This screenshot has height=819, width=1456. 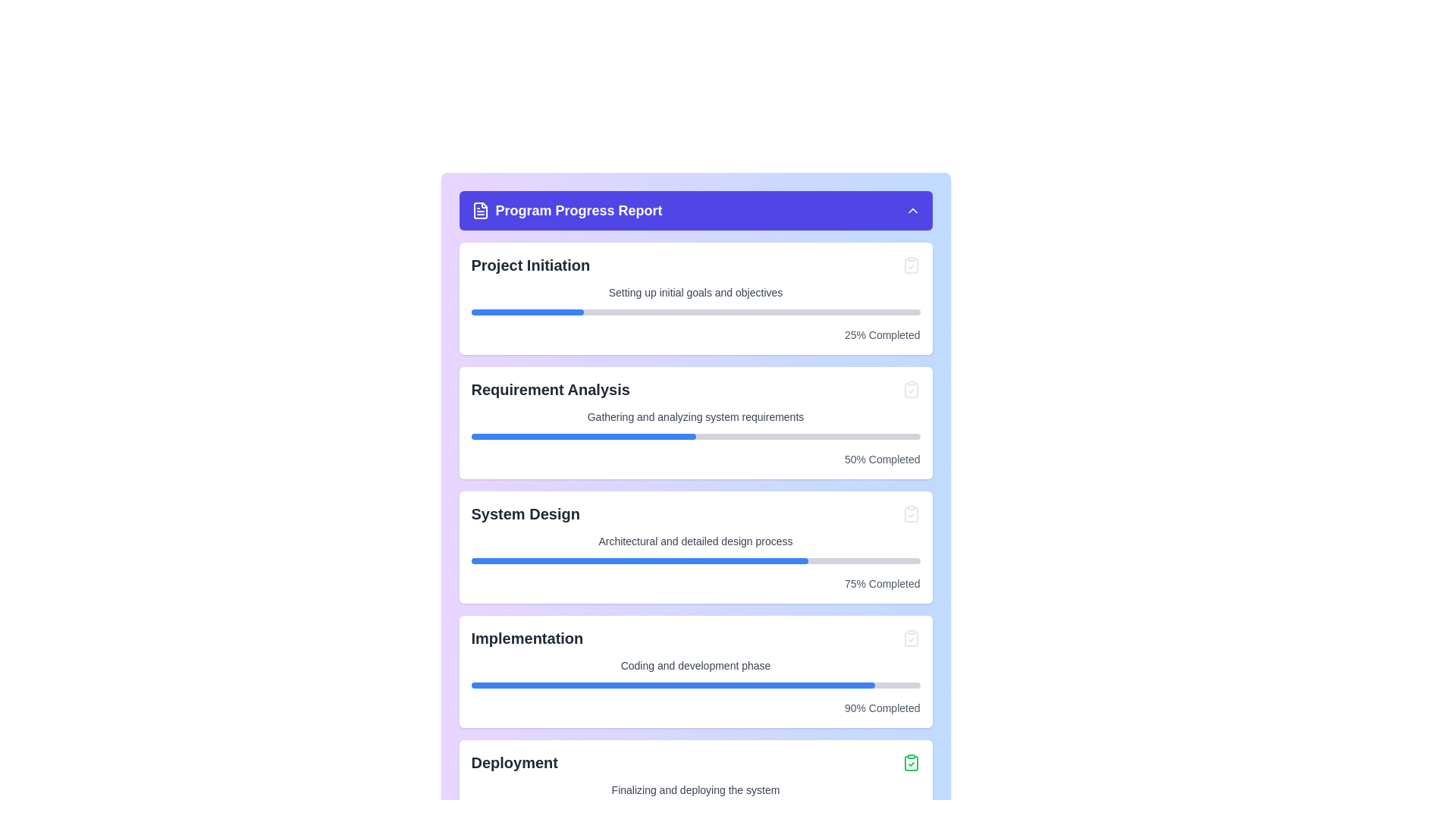 I want to click on the SVG Icon that indicates approval, progress, or a completed state located on the far right of the 'System Design' section in the progress report interface, so click(x=910, y=513).